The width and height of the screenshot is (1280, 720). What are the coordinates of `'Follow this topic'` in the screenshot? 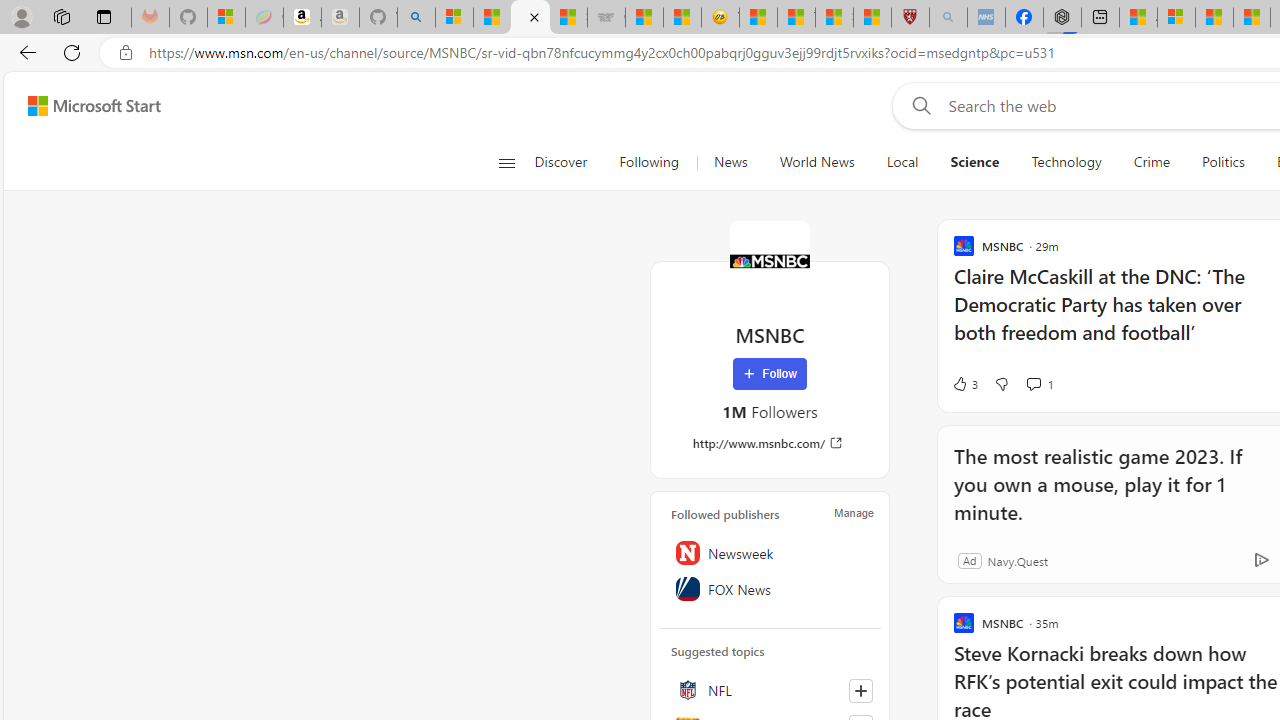 It's located at (860, 689).